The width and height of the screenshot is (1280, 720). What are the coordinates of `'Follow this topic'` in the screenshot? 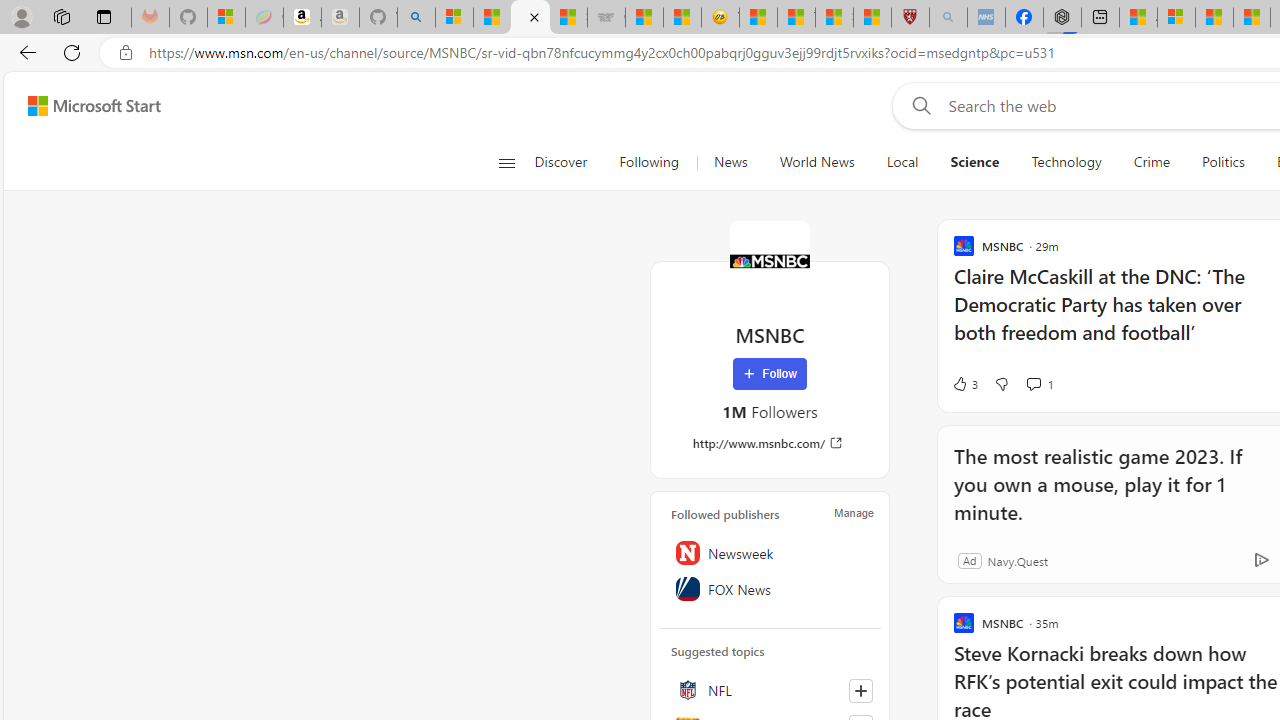 It's located at (860, 689).